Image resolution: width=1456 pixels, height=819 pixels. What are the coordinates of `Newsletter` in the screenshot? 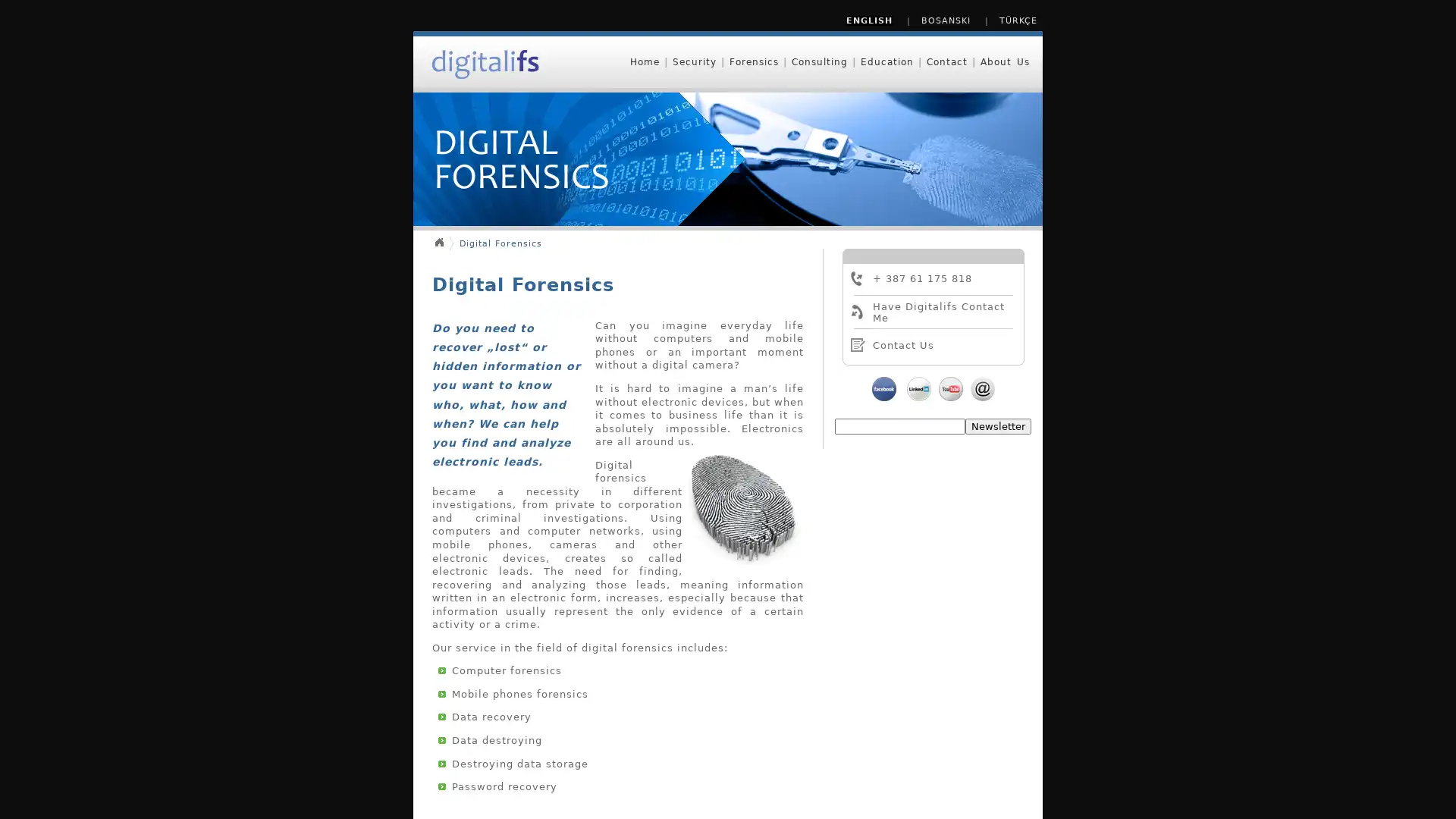 It's located at (997, 425).